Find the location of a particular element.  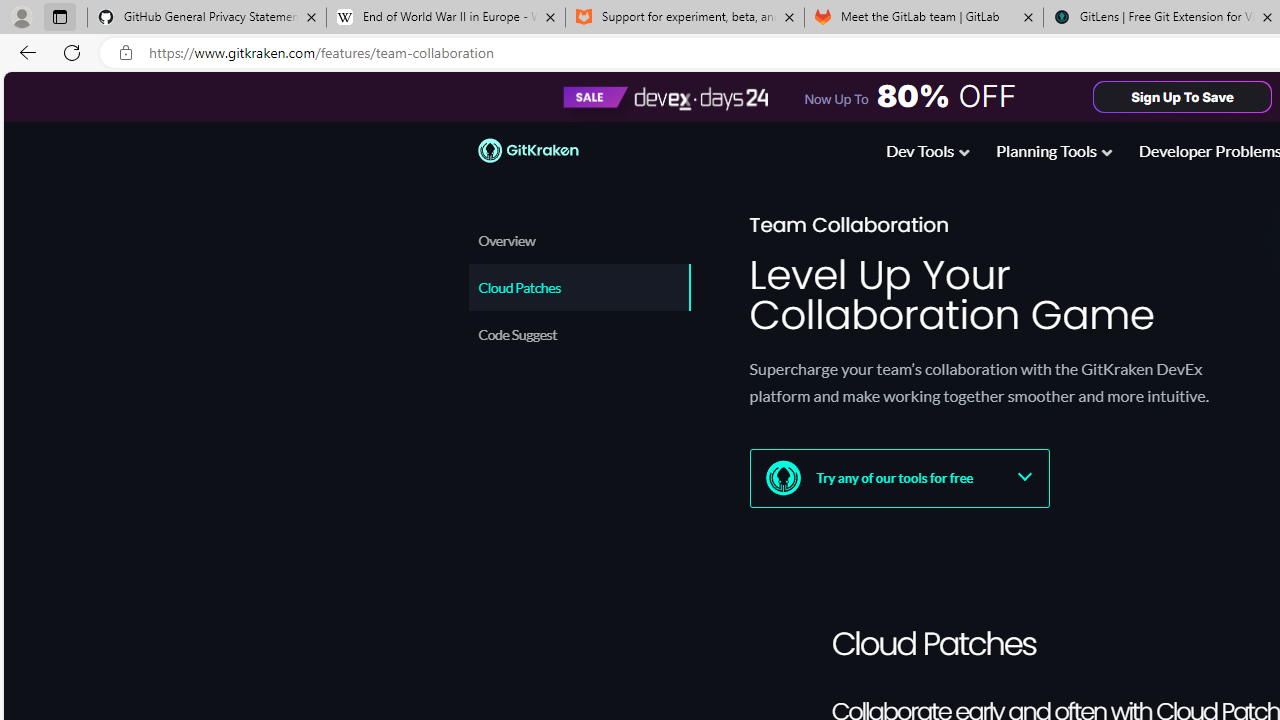

'Code Suggest' is located at coordinates (578, 333).